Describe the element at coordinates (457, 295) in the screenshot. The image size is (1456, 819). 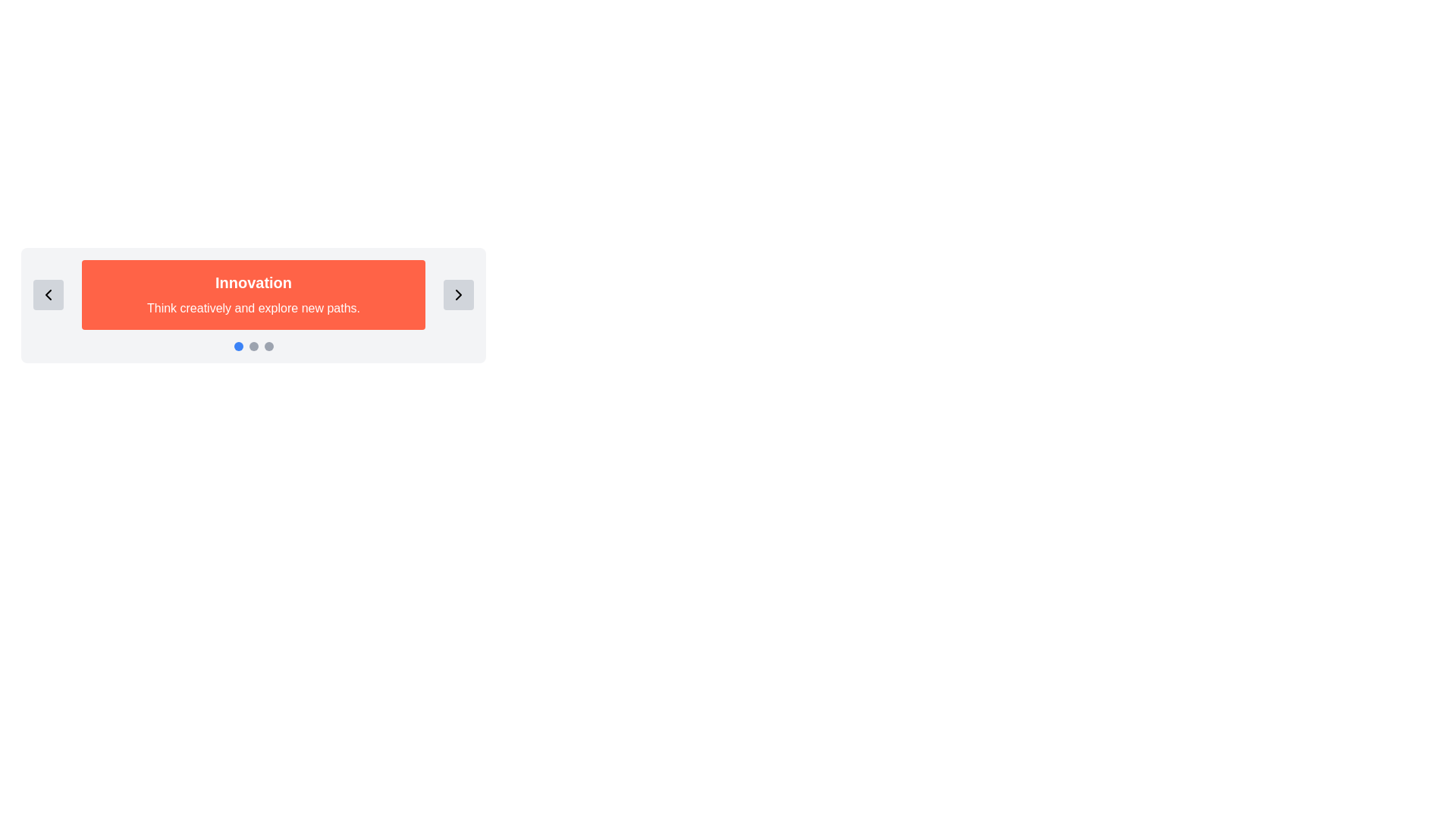
I see `the chevron icon embedded in the button located on the right side of the red 'Innovation' section` at that location.